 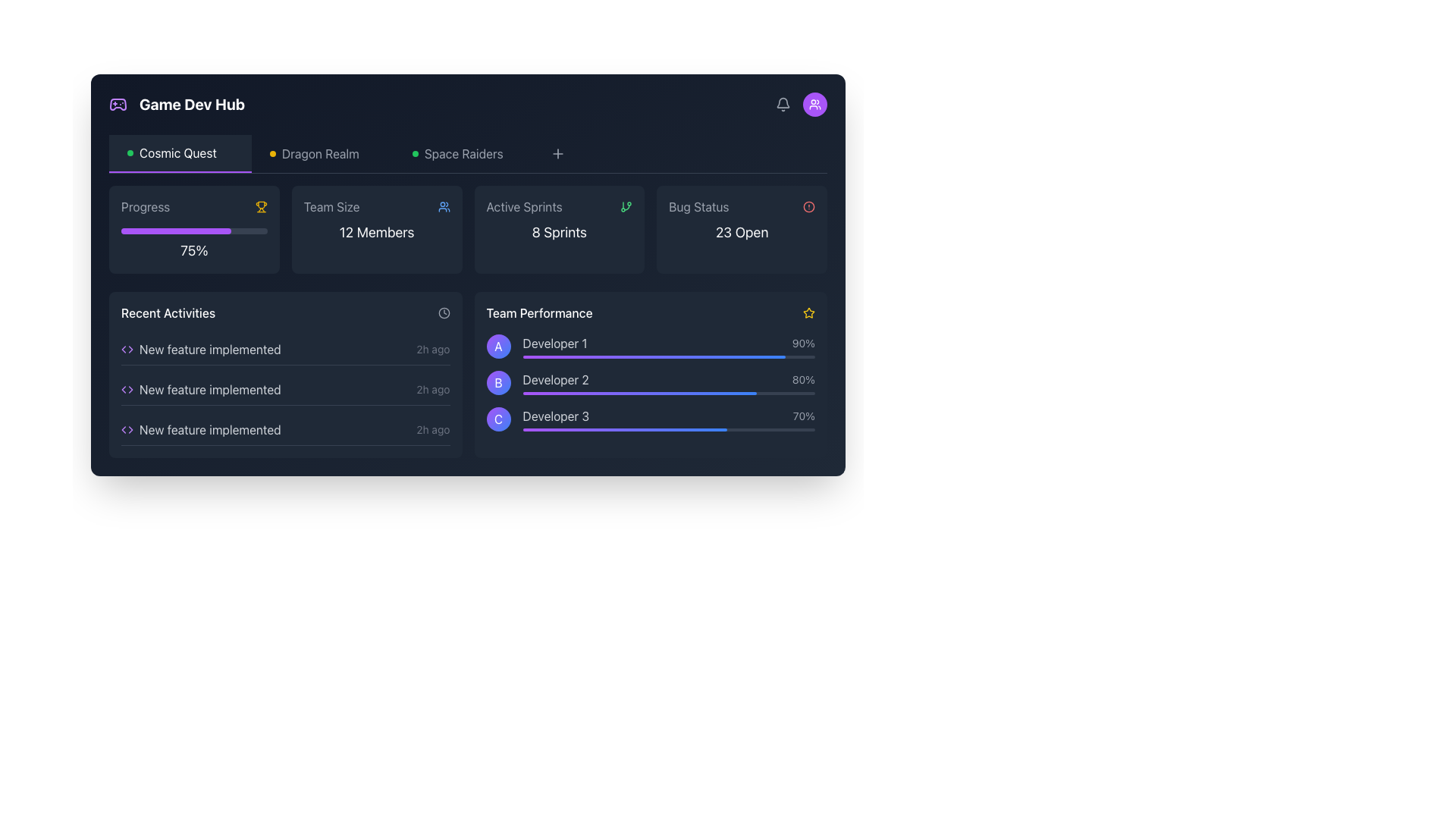 I want to click on the text label displaying '2h ago' located in the bottom-right corner of the 'Recent Activities' section, so click(x=432, y=350).